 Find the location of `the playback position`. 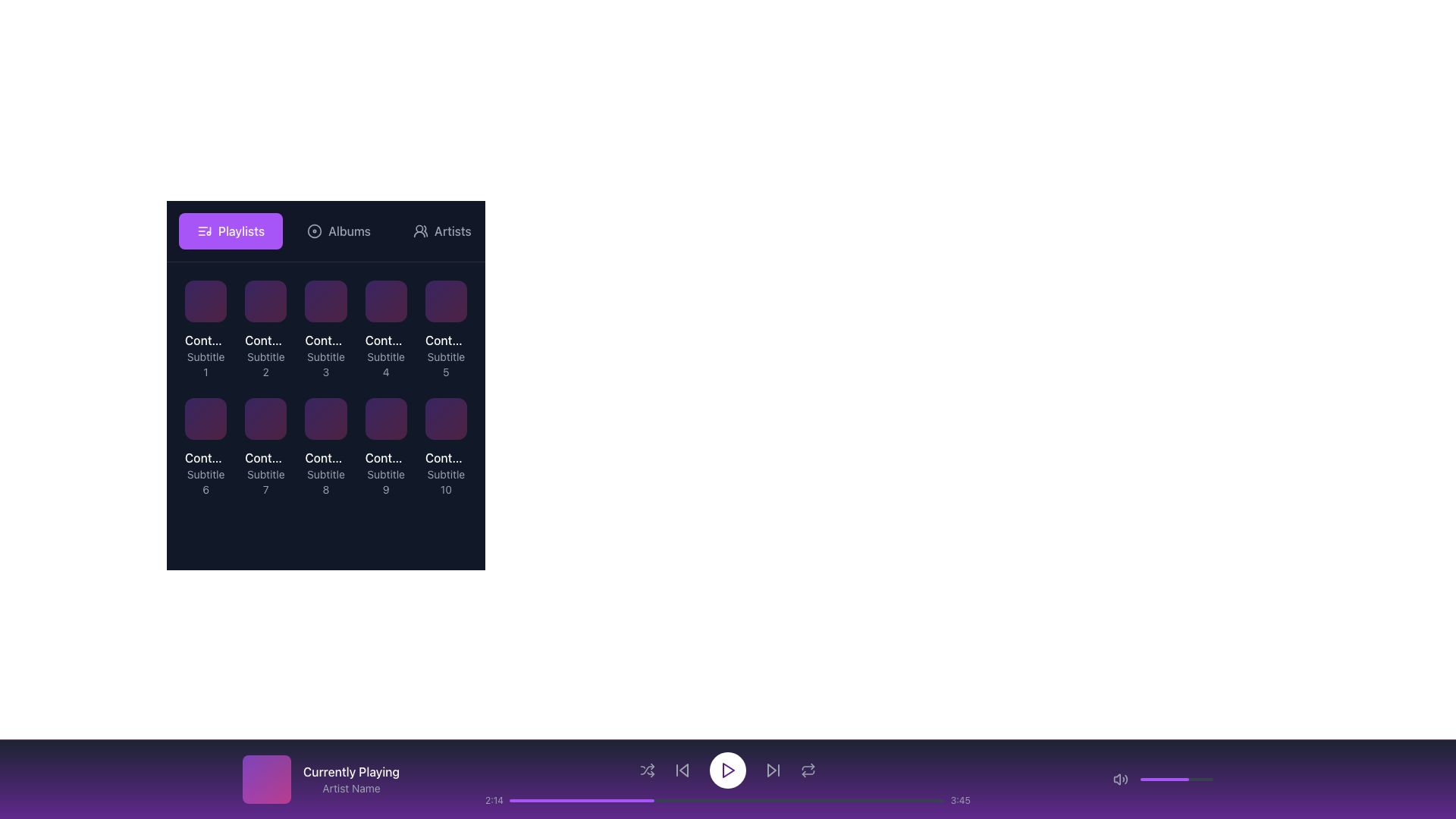

the playback position is located at coordinates (629, 800).